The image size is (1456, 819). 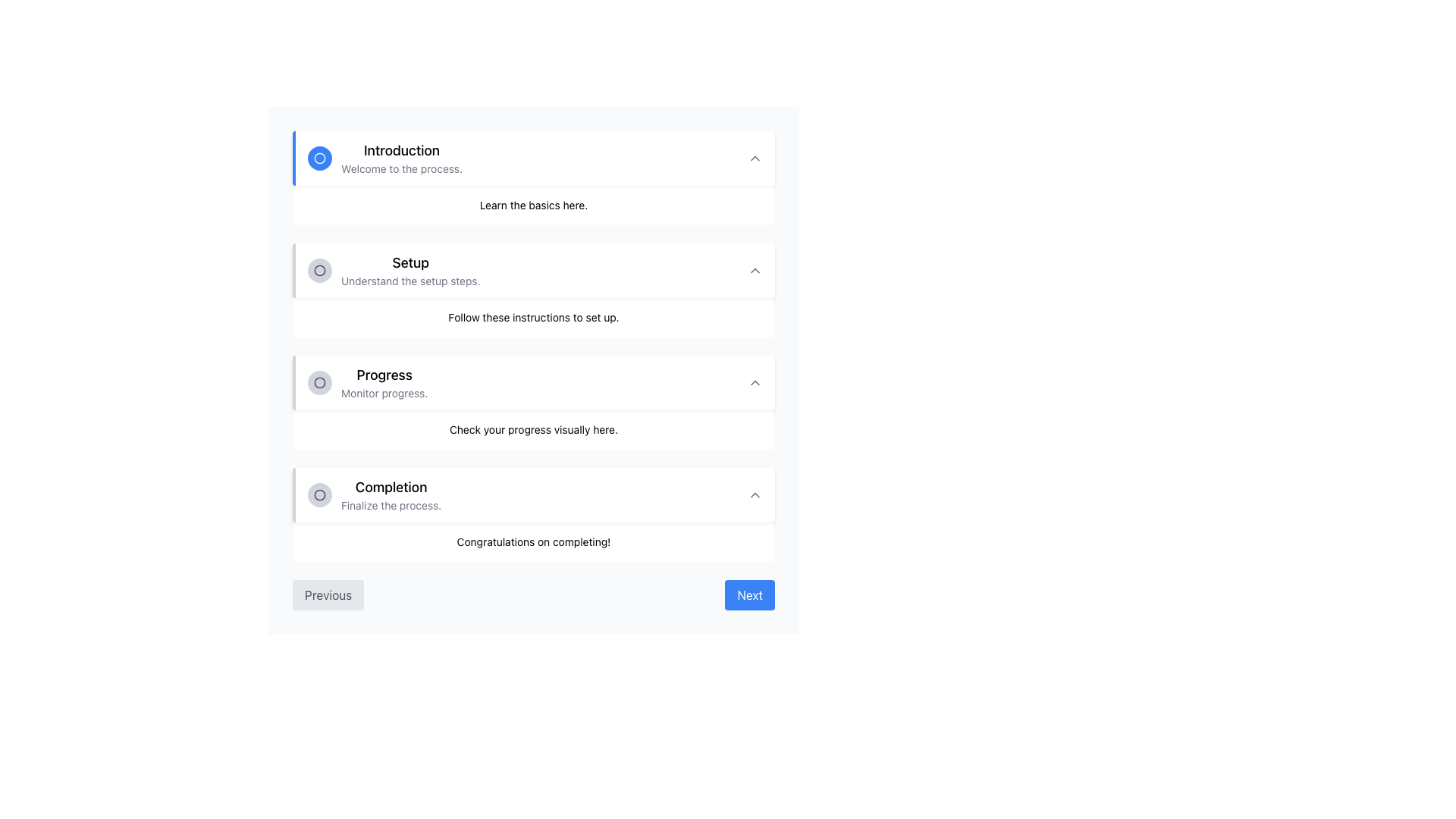 I want to click on the informational label and marker element located in the bottom section of the layout, under the 'Progress' section, so click(x=375, y=494).